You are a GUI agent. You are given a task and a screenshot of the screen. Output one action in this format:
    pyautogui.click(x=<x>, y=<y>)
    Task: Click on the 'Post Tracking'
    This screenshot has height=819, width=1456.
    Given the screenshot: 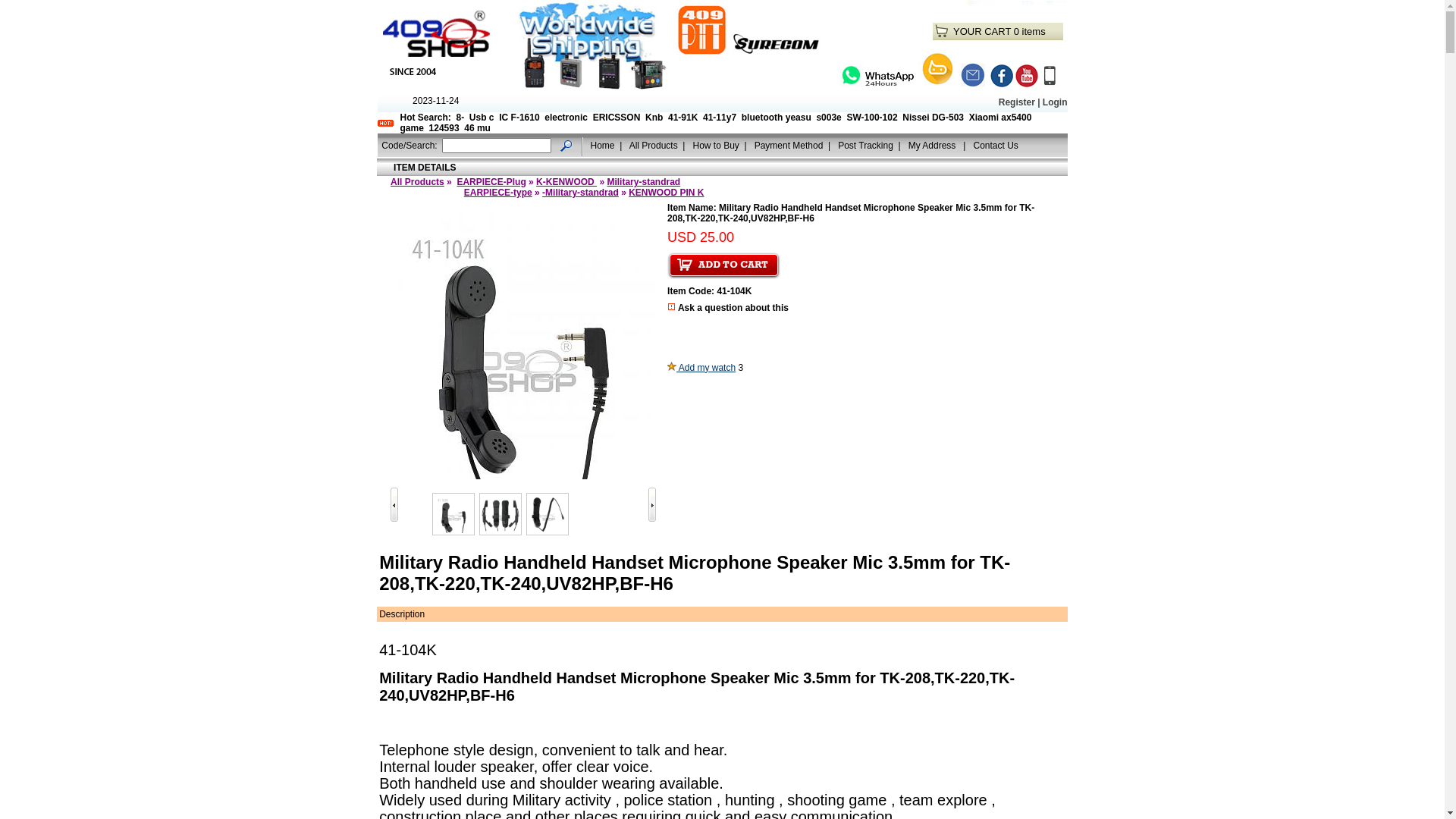 What is the action you would take?
    pyautogui.click(x=865, y=145)
    